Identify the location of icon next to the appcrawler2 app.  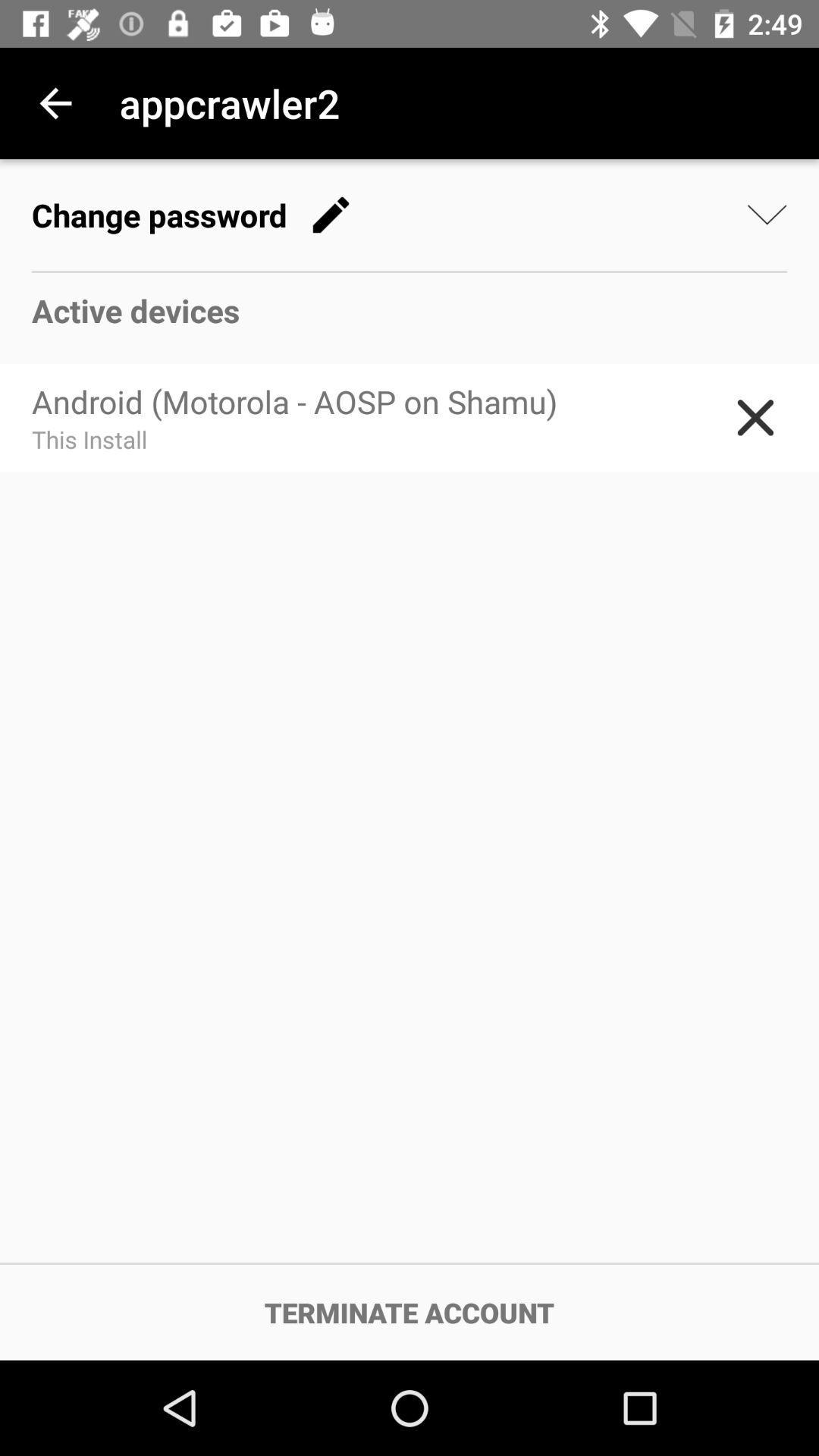
(55, 102).